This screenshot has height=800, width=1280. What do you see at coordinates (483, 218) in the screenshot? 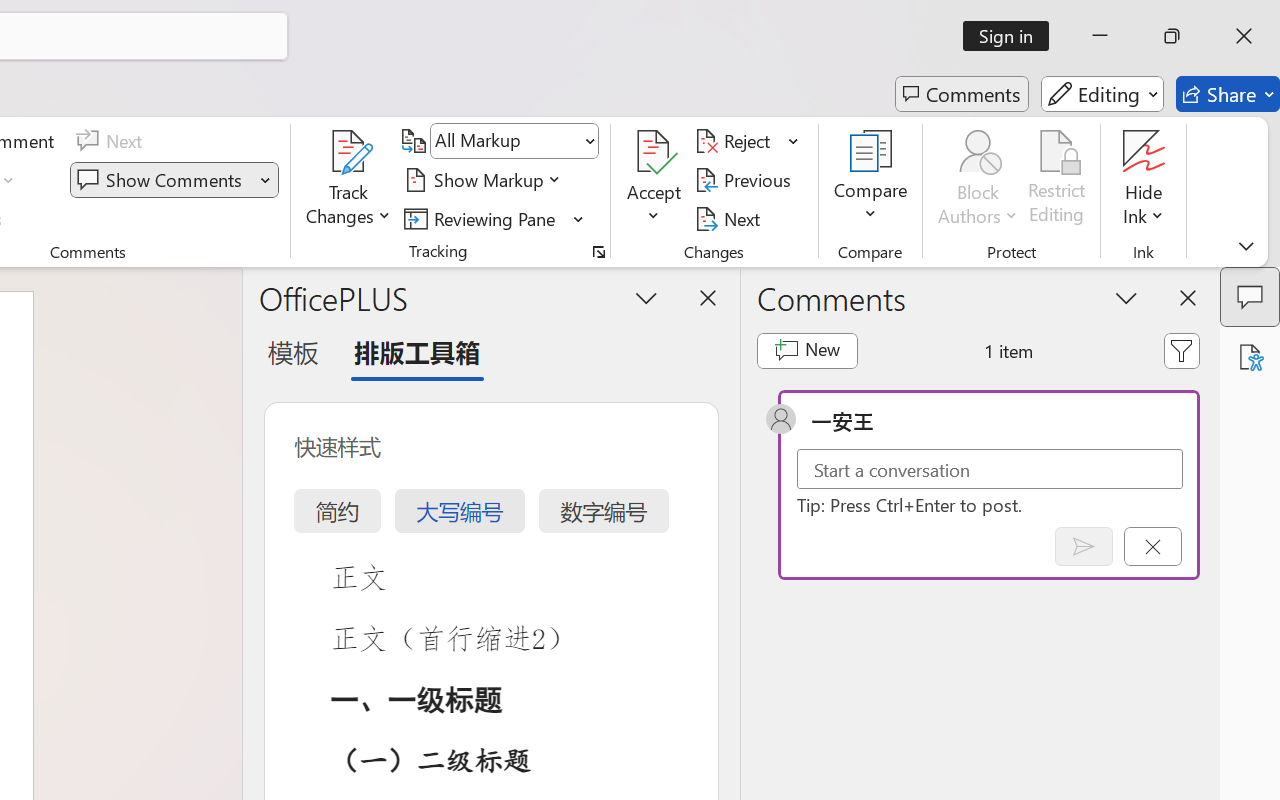
I see `'Reviewing Pane'` at bounding box center [483, 218].